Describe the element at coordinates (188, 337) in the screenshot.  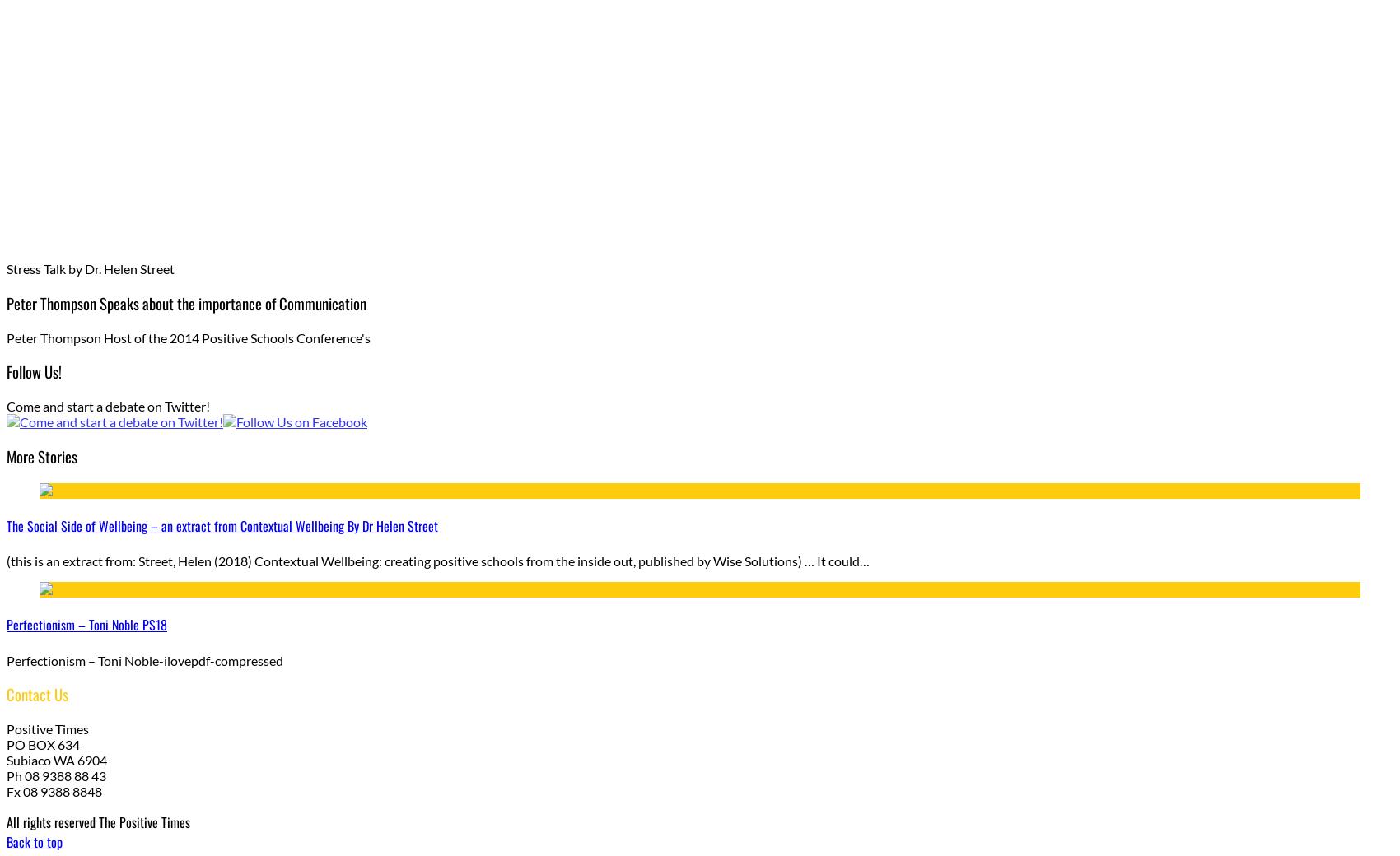
I see `'Peter Thompson Host of the 2014 Positive Schools Conference's'` at that location.